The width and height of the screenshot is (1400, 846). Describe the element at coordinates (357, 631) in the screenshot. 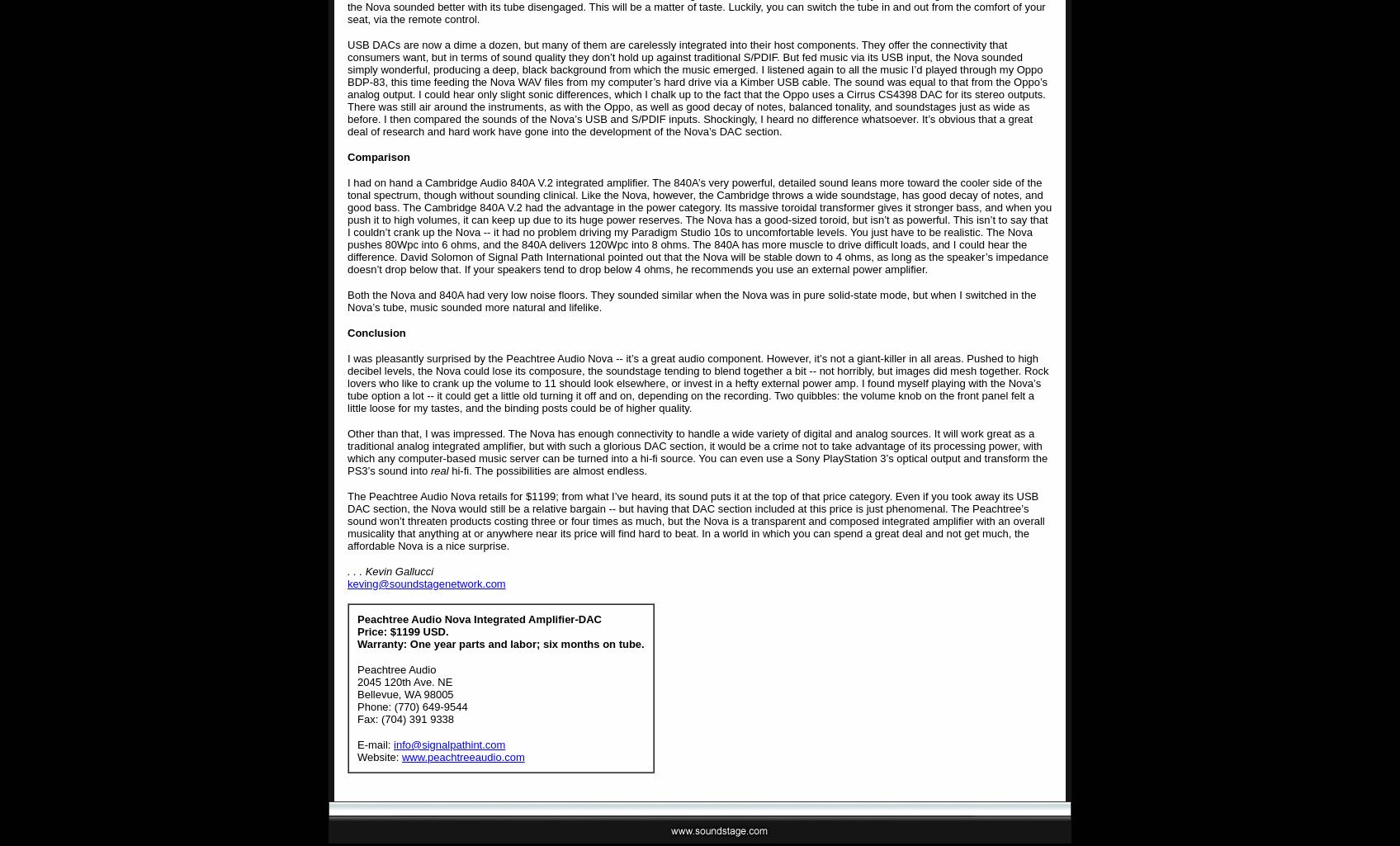

I see `'Price: $1199 USD.'` at that location.